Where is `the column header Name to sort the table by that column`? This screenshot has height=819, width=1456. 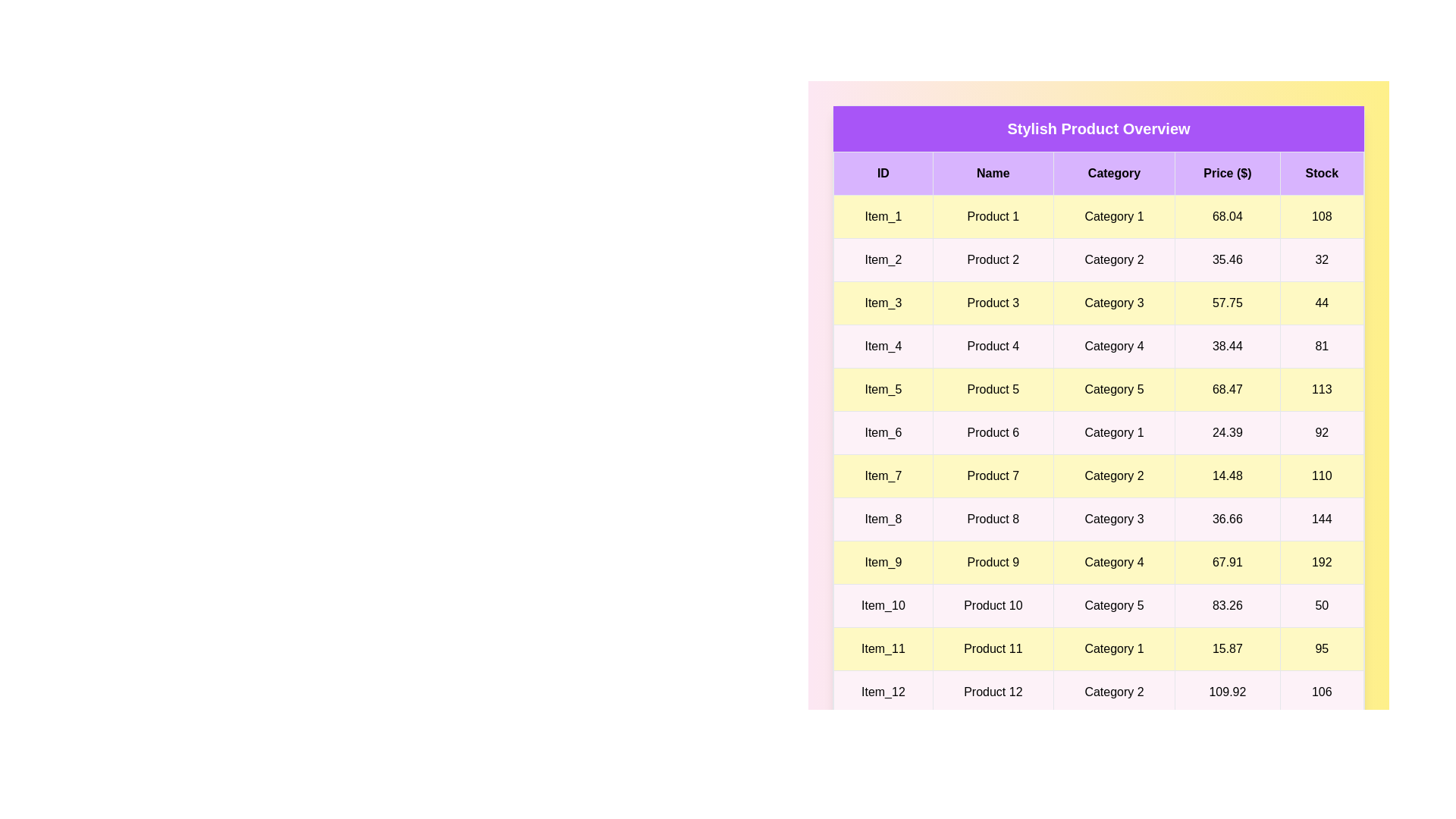 the column header Name to sort the table by that column is located at coordinates (993, 172).